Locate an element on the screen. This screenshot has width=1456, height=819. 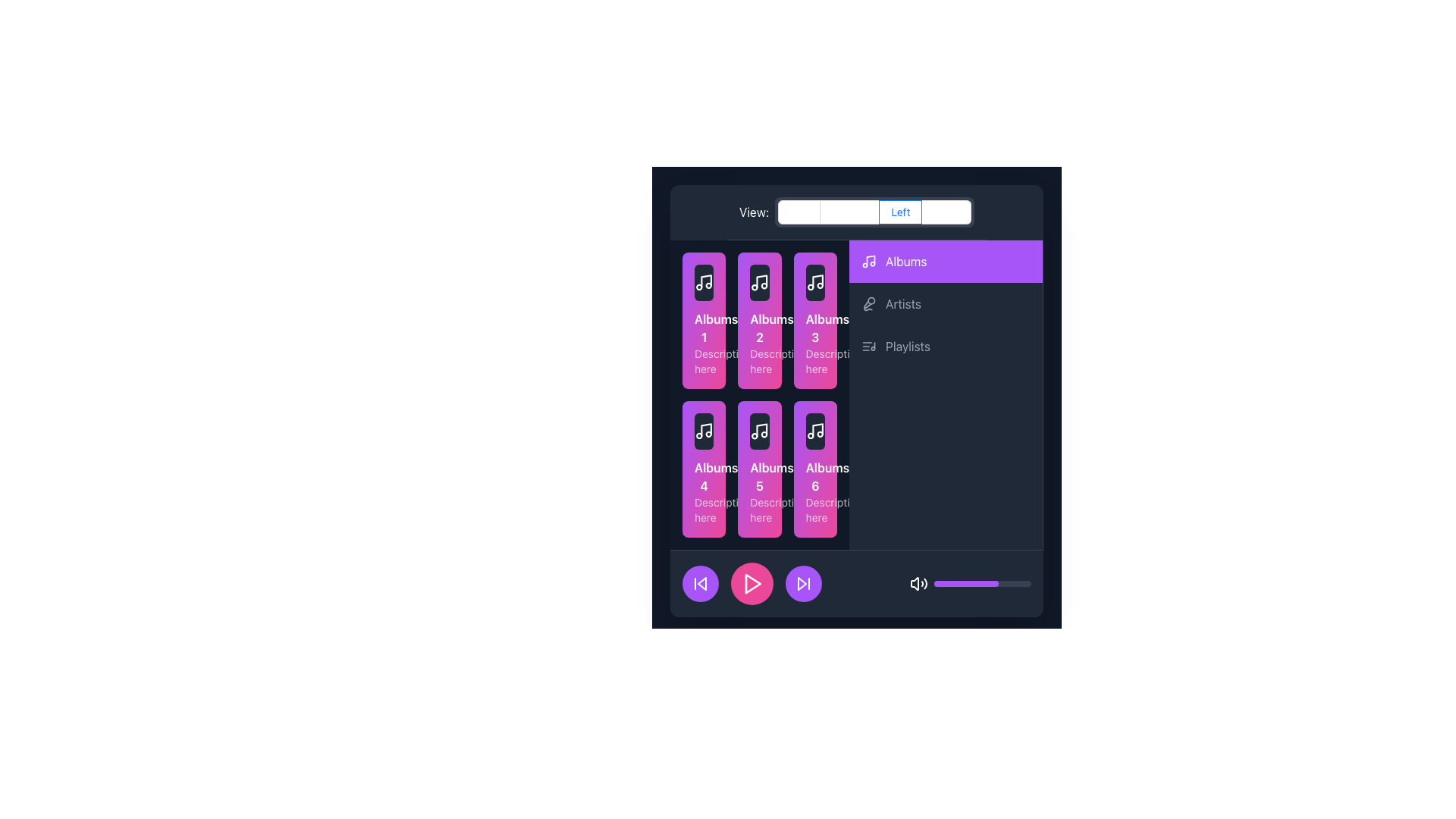
the slider is located at coordinates (975, 583).